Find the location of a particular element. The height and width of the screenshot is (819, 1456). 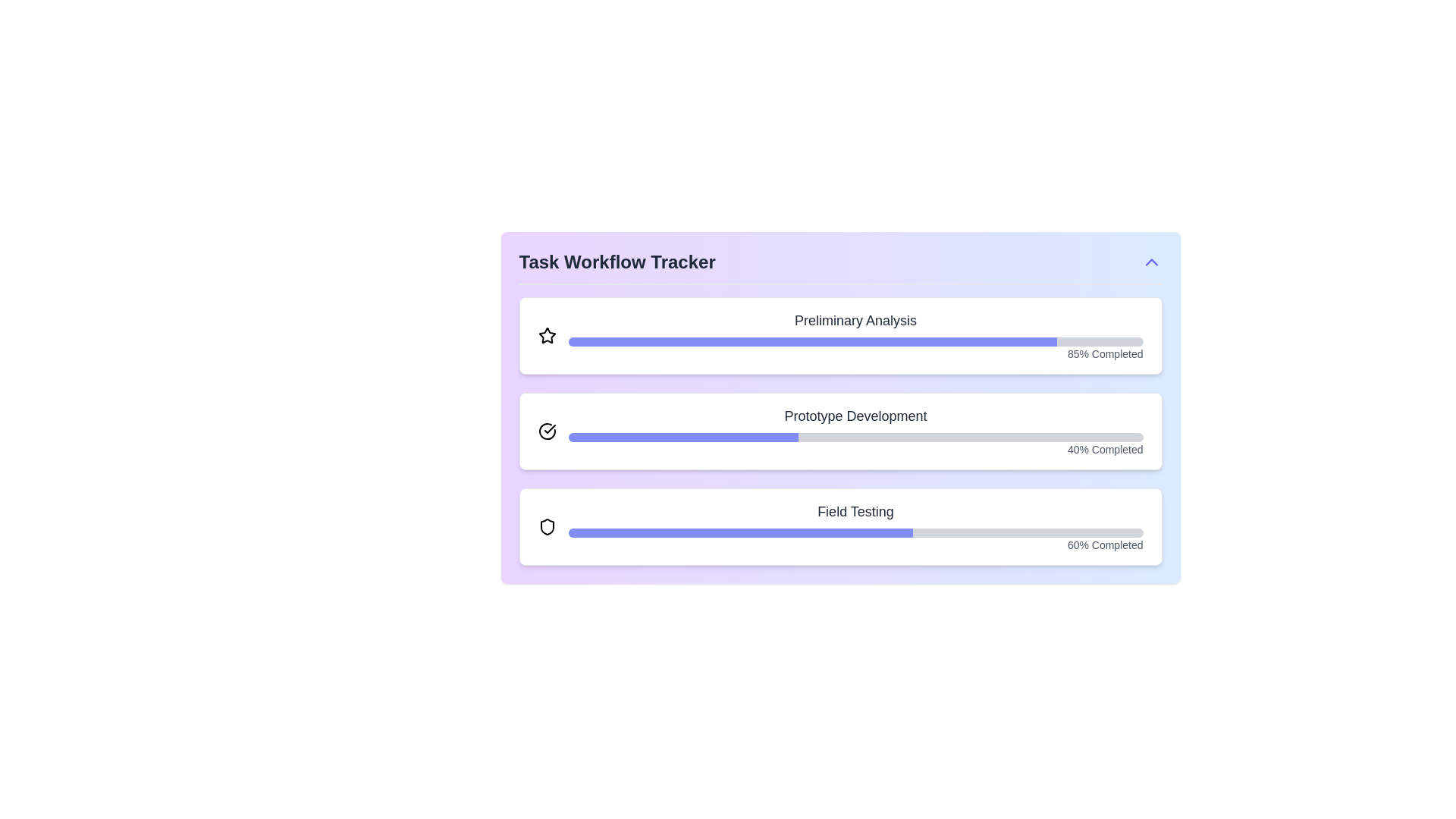

text of the header label located at the top-left of the interface, which serves as an identifier for task progress tracking is located at coordinates (617, 262).